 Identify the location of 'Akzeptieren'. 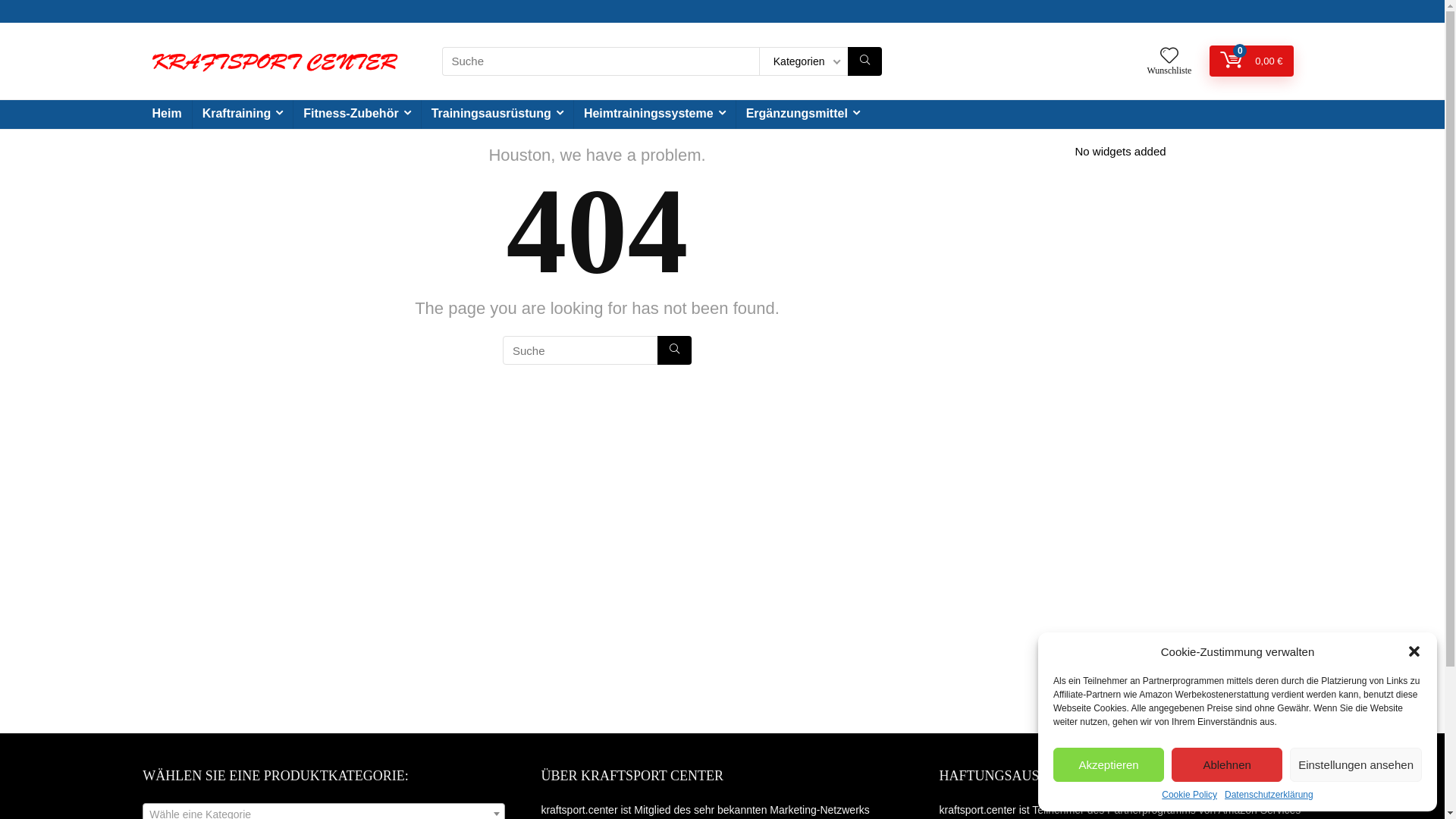
(1109, 764).